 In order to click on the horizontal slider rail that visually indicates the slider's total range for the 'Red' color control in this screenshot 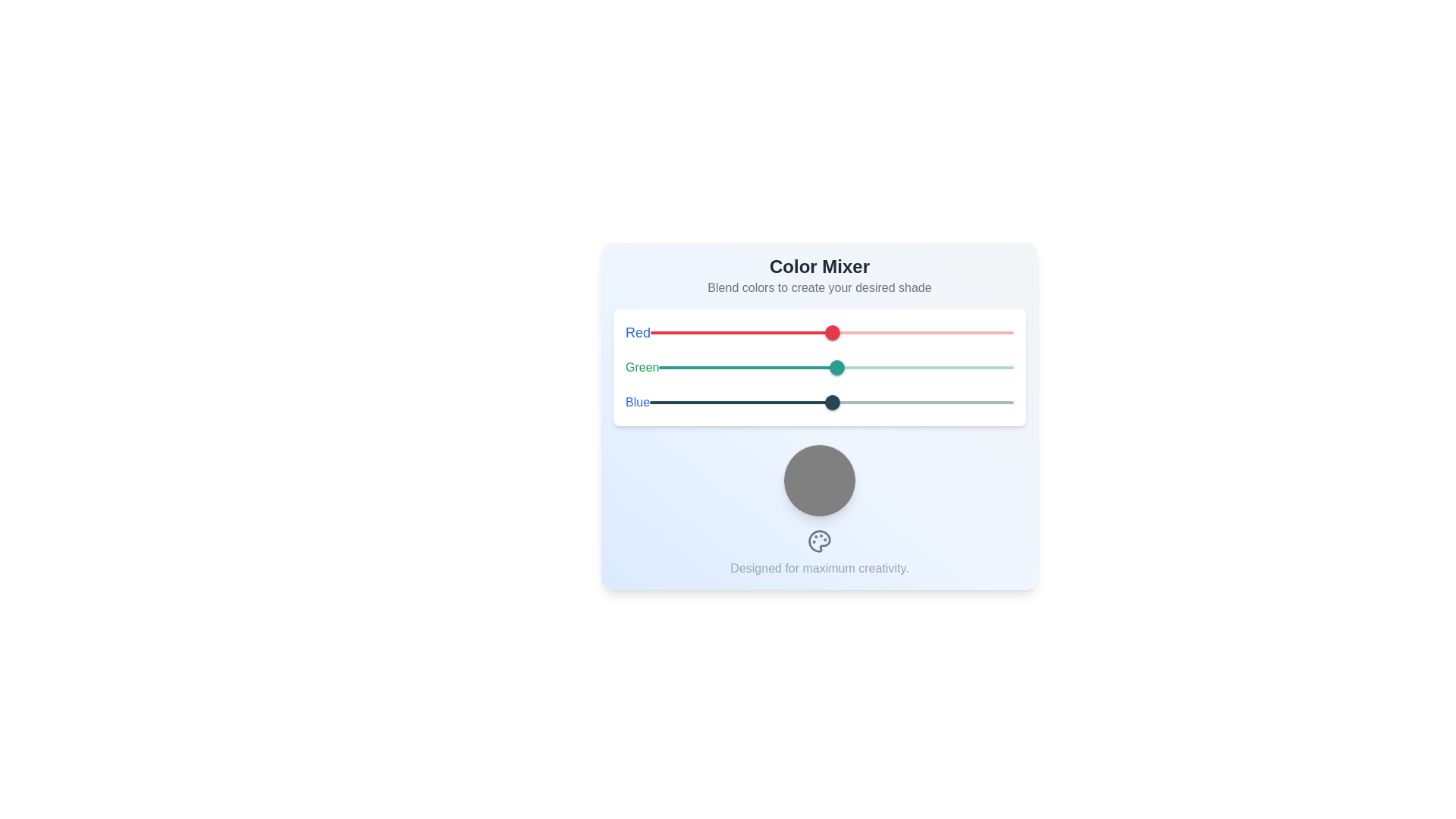, I will do `click(836, 368)`.